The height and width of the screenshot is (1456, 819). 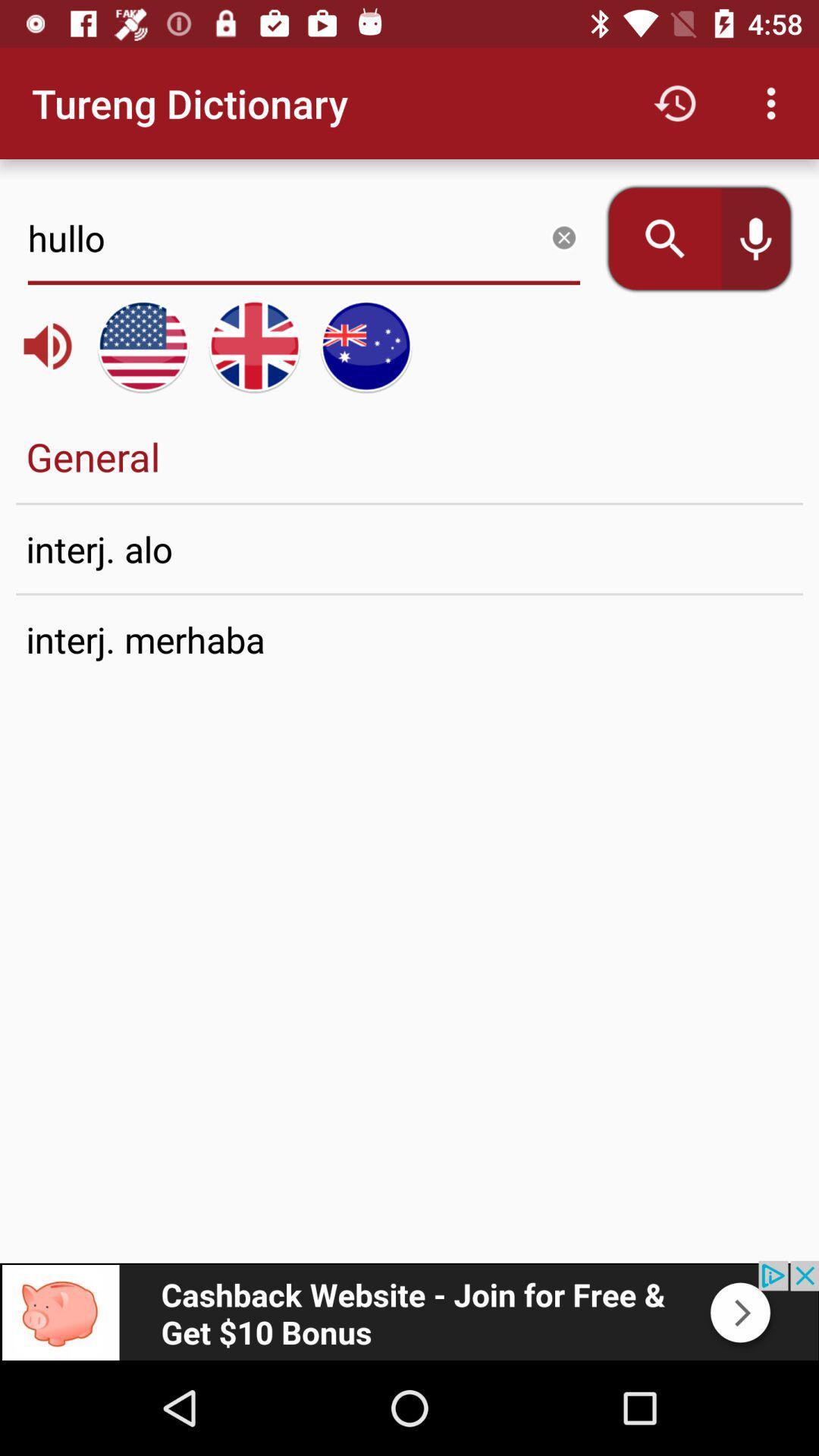 I want to click on cash back website, so click(x=409, y=1310).